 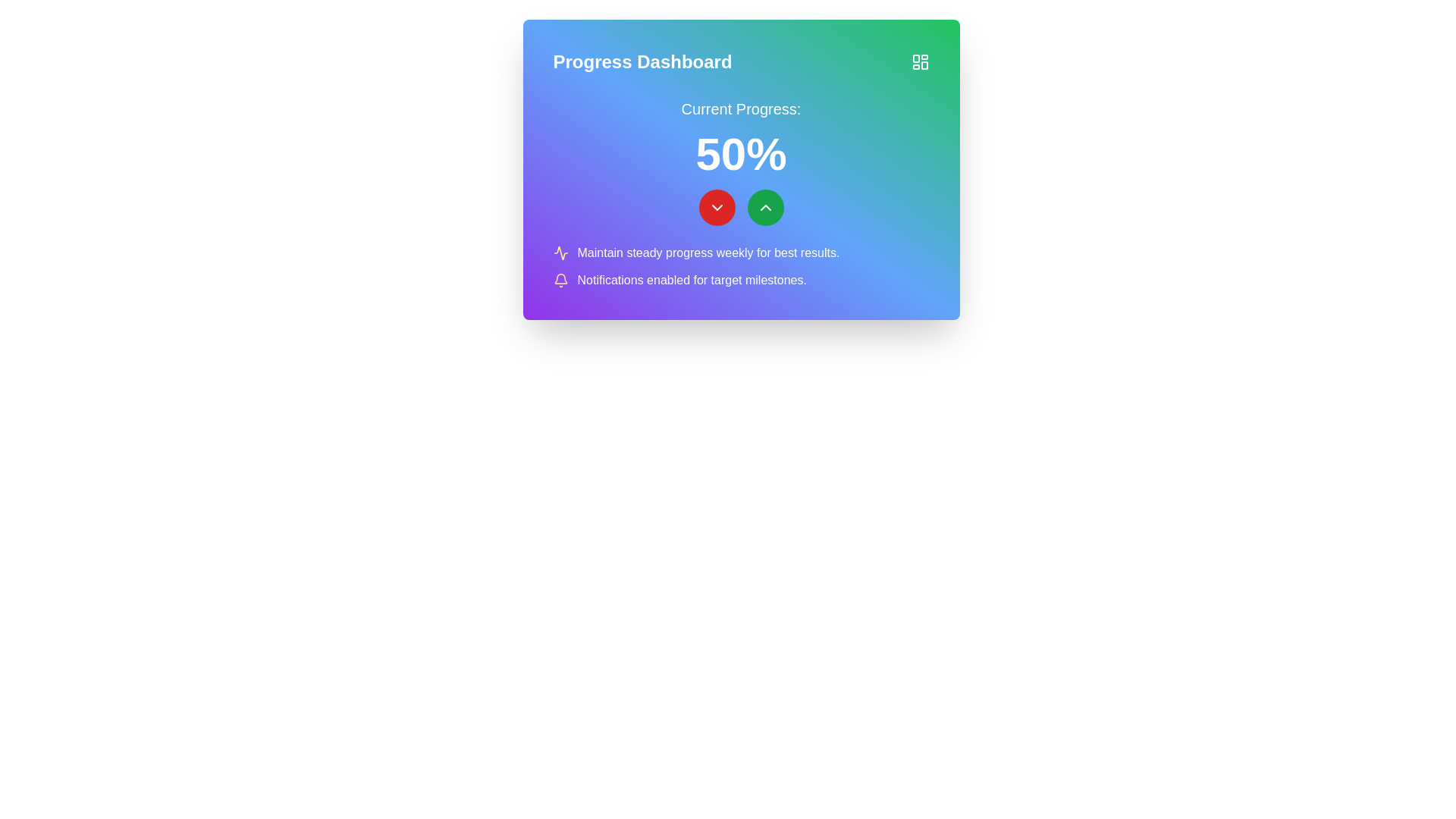 What do you see at coordinates (560, 253) in the screenshot?
I see `the activity-related status icon located to the left of the text 'Maintain steady progress weekly for best results.'` at bounding box center [560, 253].